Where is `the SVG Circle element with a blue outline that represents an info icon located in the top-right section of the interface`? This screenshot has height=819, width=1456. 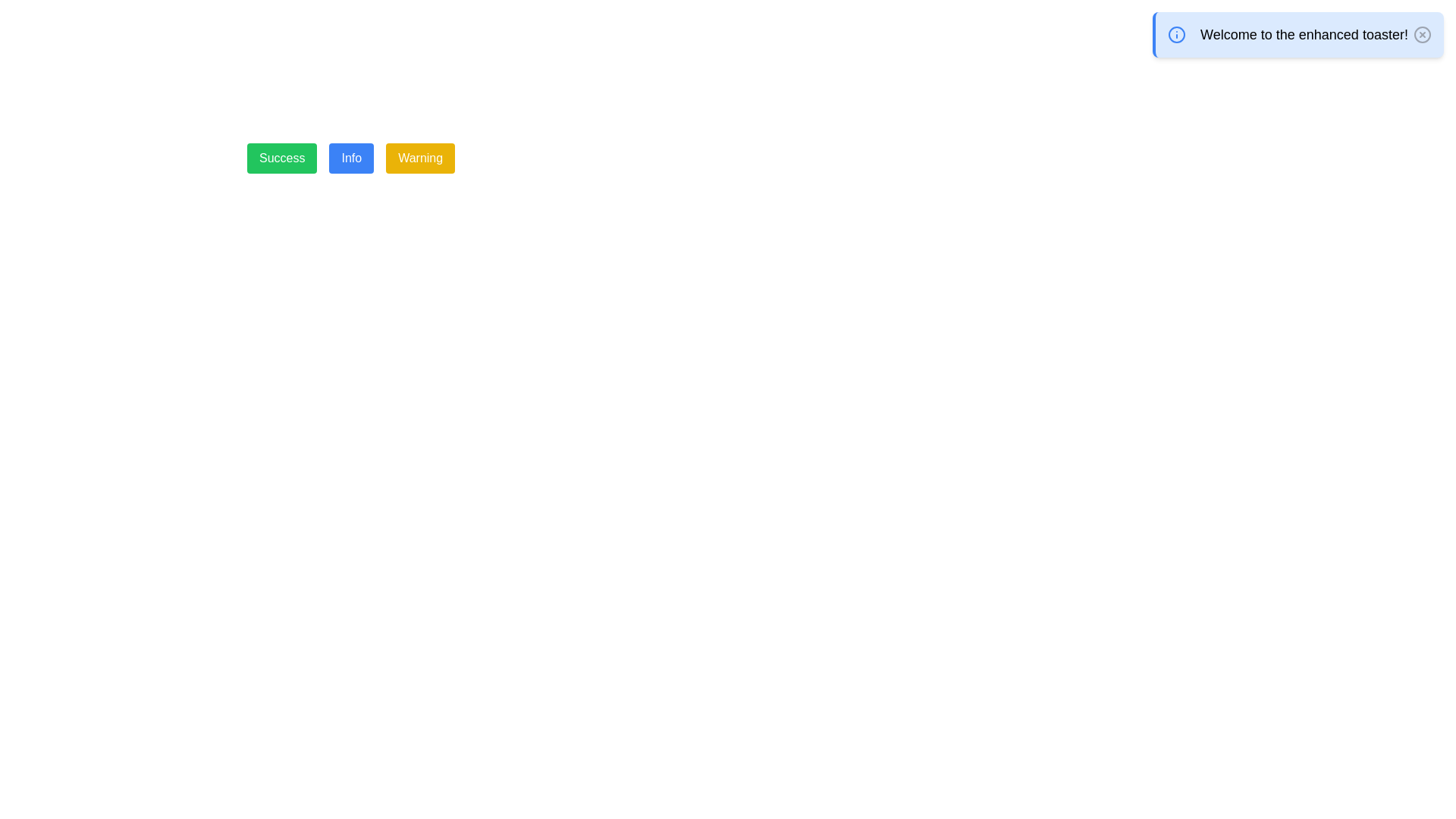
the SVG Circle element with a blue outline that represents an info icon located in the top-right section of the interface is located at coordinates (1175, 34).